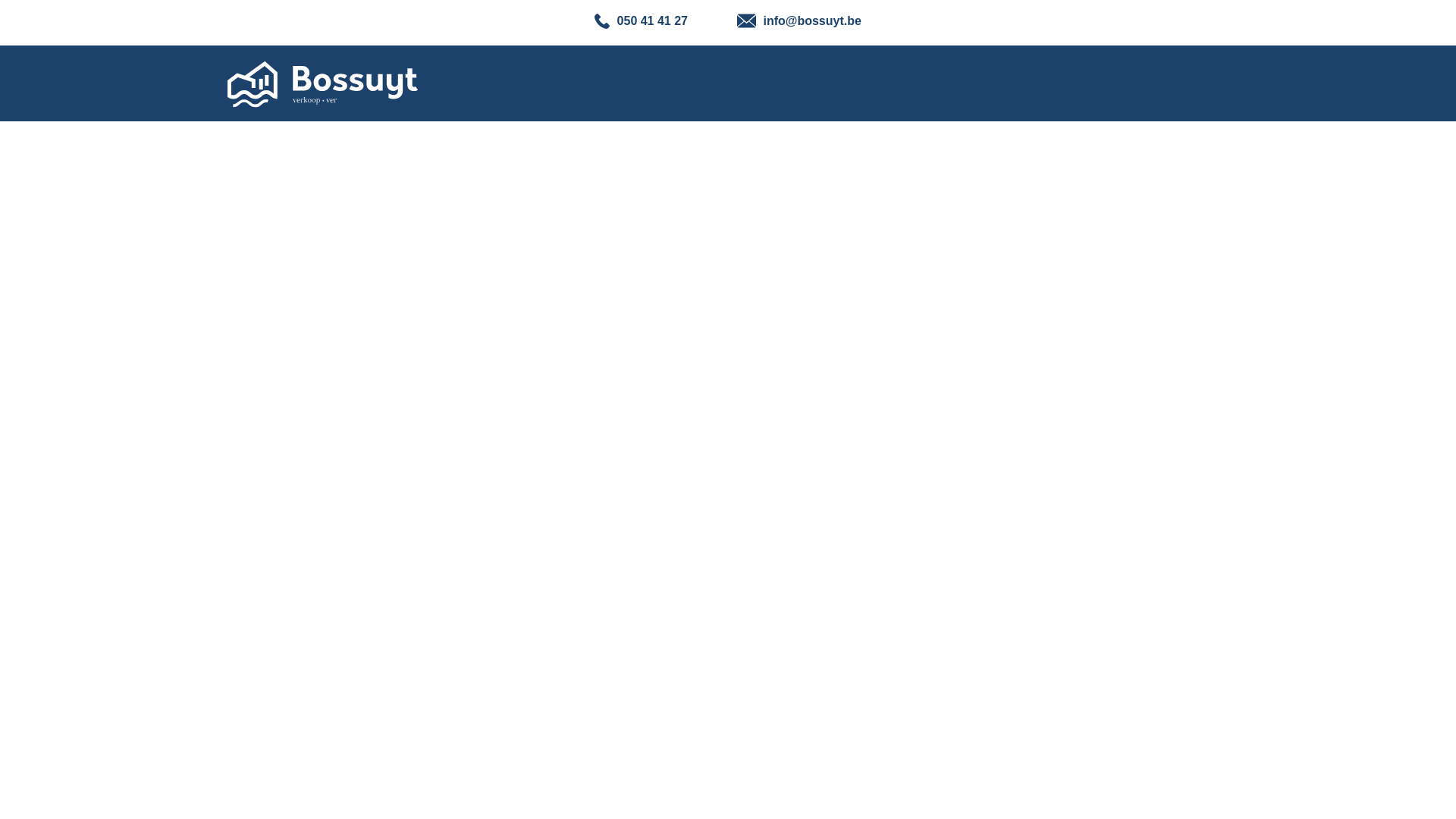 This screenshot has height=819, width=1456. What do you see at coordinates (799, 20) in the screenshot?
I see `'info@bossuyt.be'` at bounding box center [799, 20].